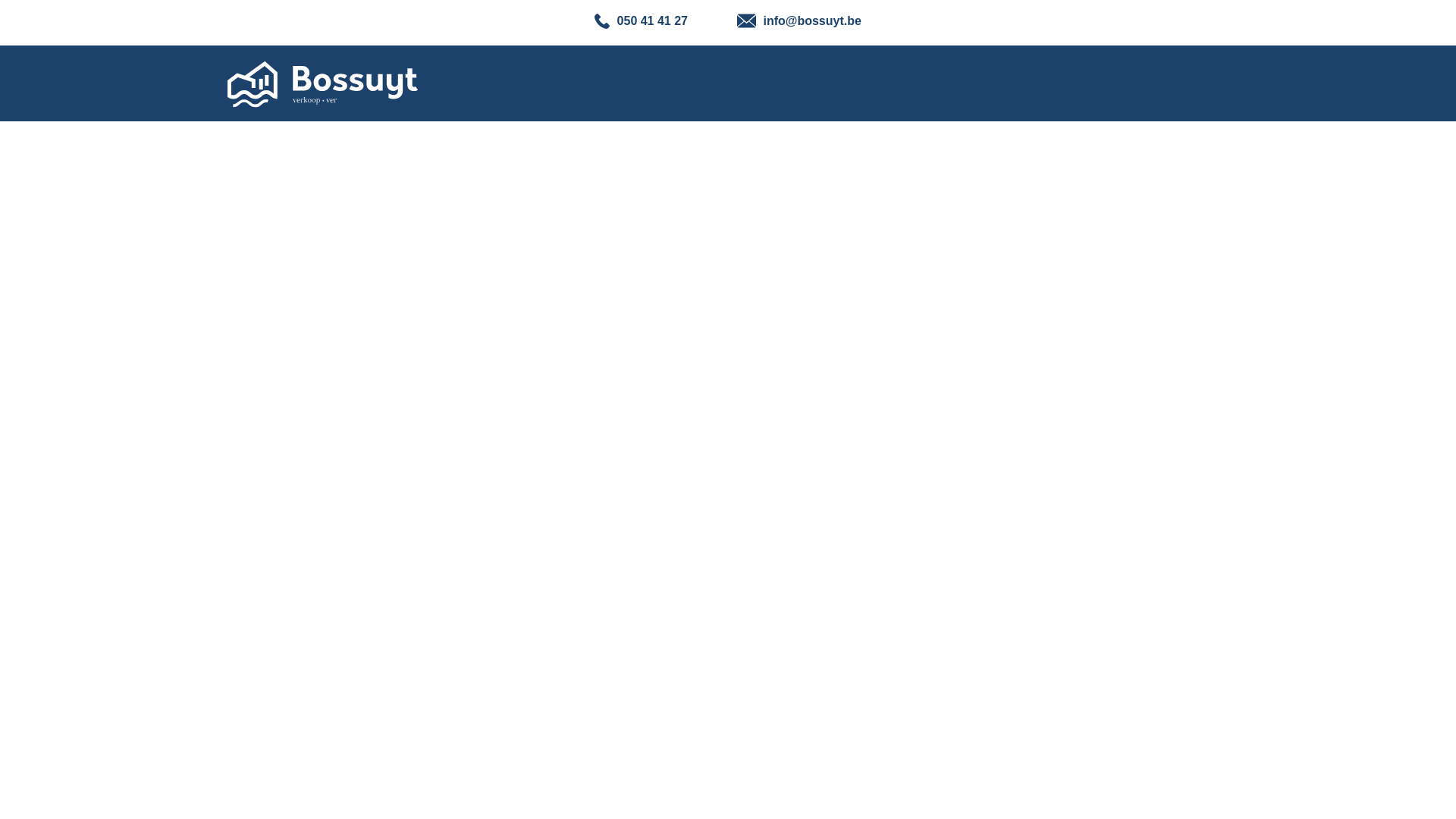 This screenshot has height=819, width=1456. What do you see at coordinates (799, 20) in the screenshot?
I see `'info@bossuyt.be'` at bounding box center [799, 20].